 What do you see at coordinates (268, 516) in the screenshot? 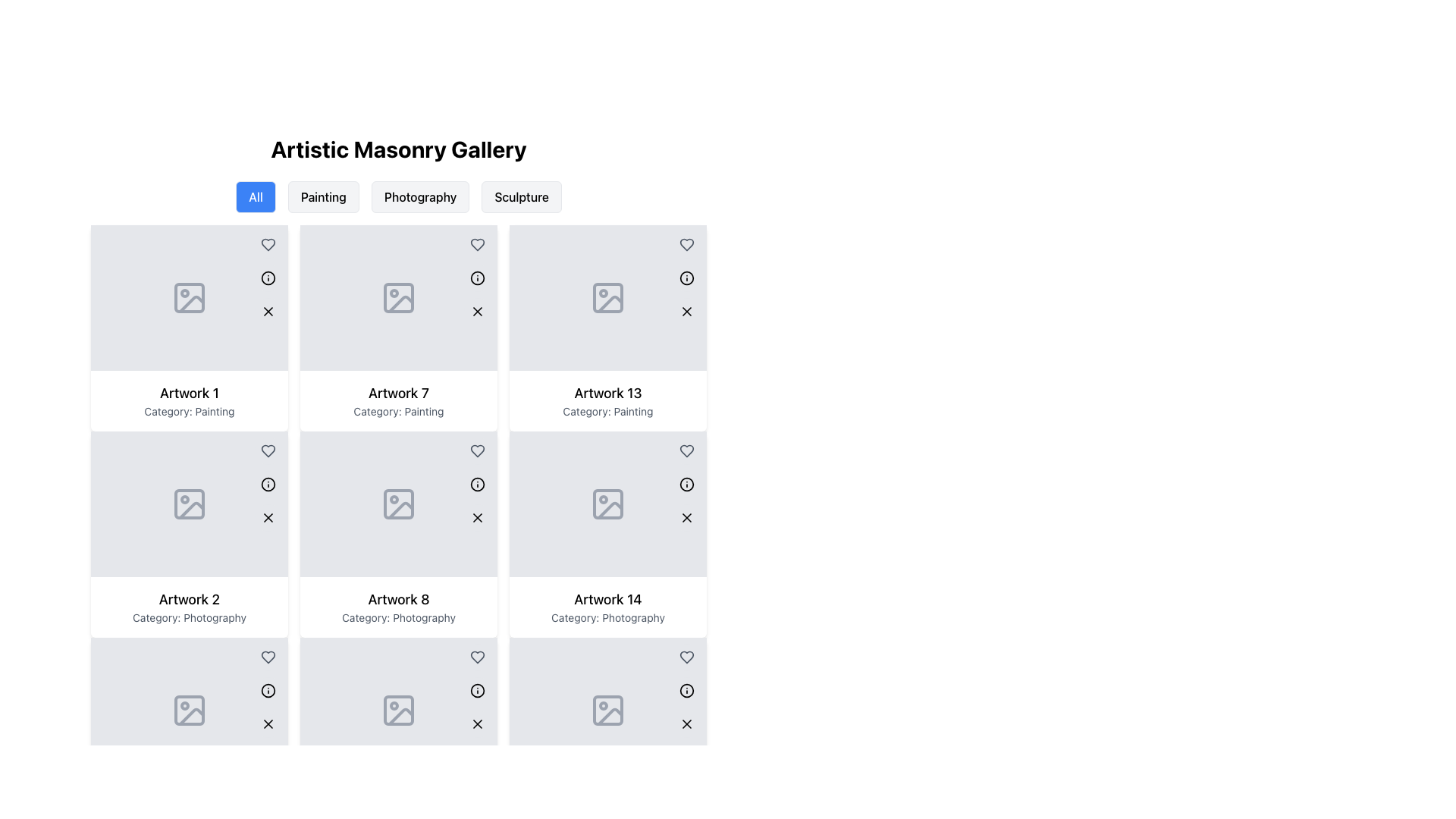
I see `the third button in the vertical stack located in the top-right corner of the artwork card` at bounding box center [268, 516].